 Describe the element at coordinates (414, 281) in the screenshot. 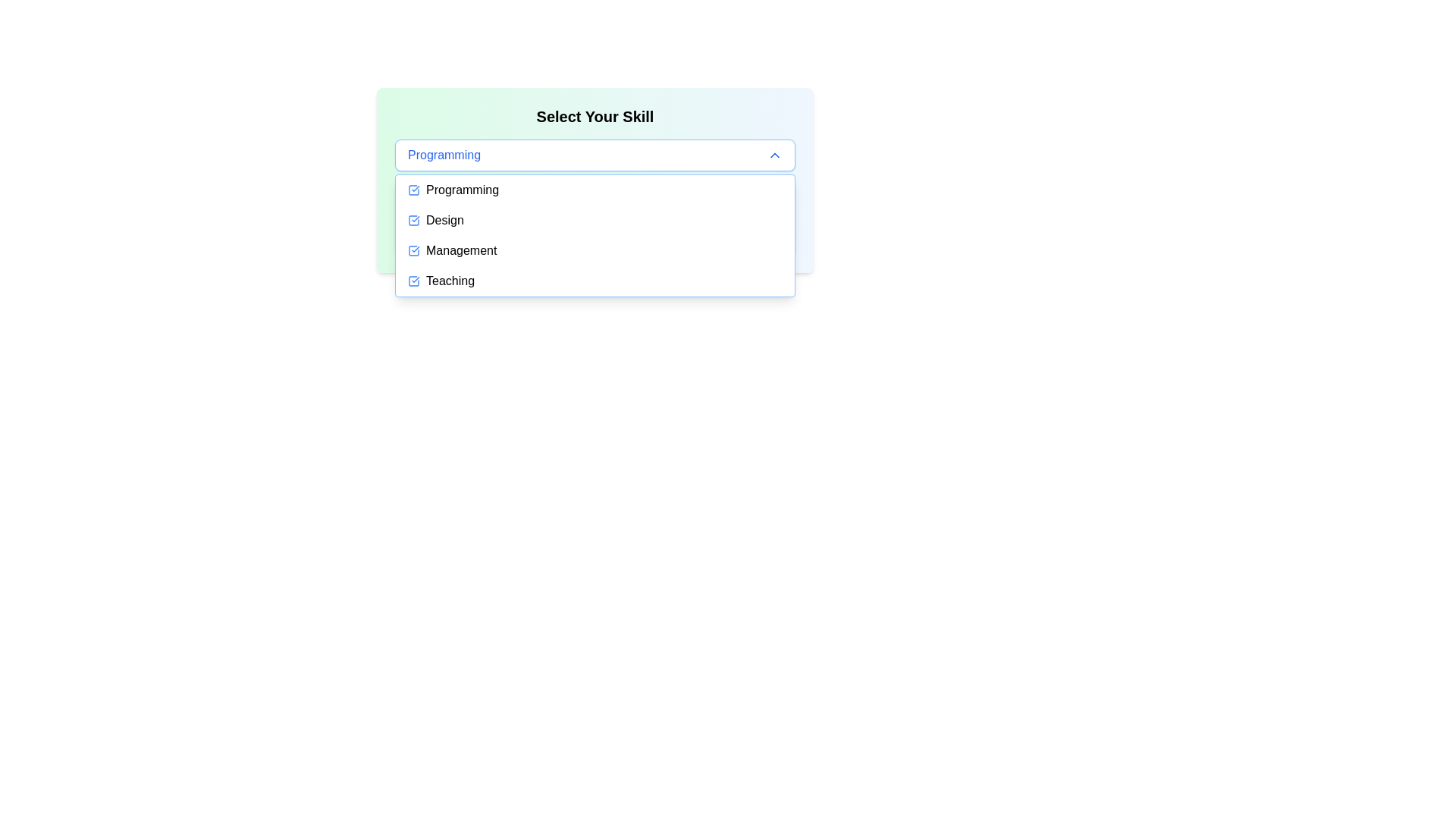

I see `the visual state of the outer border of the checkbox-style icon associated with the 'Teaching' option in the dropdown menu, which is located in the bottom entry of the list under 'Select Your Skill'` at that location.